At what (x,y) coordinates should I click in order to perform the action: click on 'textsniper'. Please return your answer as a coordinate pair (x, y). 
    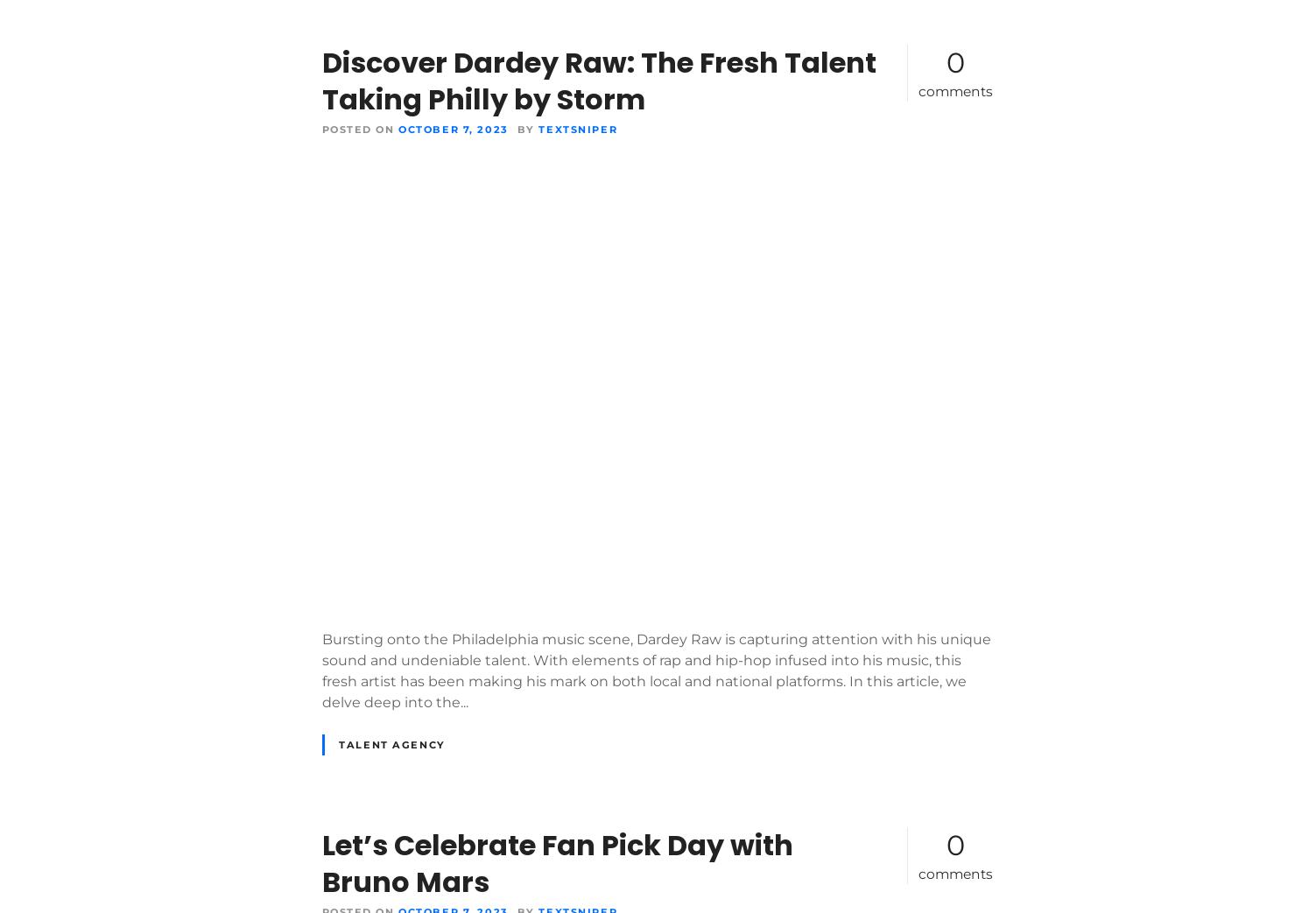
    Looking at the image, I should click on (576, 128).